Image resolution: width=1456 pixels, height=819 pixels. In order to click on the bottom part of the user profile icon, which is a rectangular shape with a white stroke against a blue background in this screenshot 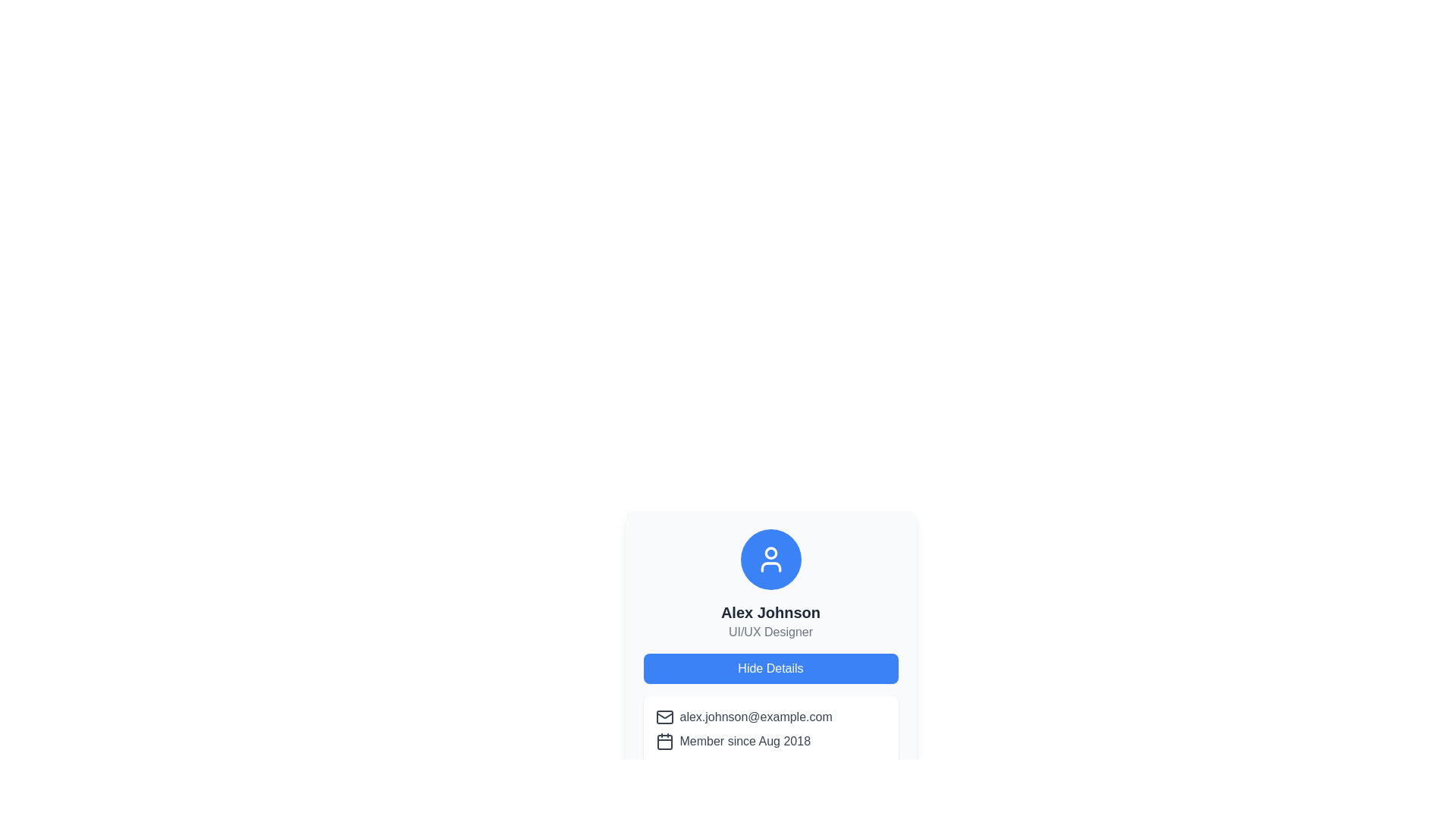, I will do `click(770, 567)`.